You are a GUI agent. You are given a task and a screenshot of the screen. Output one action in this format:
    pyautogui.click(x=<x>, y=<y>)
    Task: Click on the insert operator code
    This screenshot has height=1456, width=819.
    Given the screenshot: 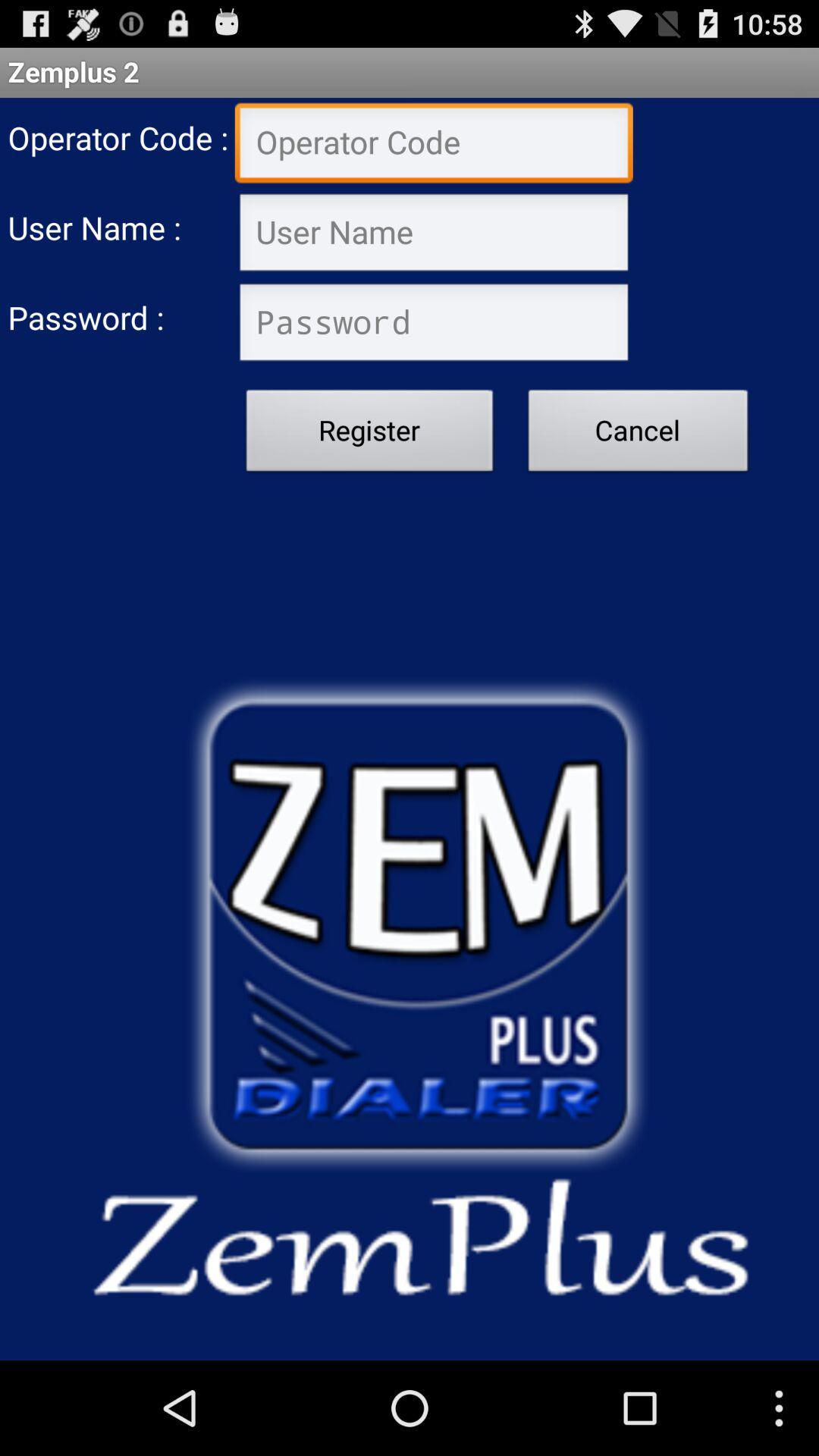 What is the action you would take?
    pyautogui.click(x=434, y=144)
    